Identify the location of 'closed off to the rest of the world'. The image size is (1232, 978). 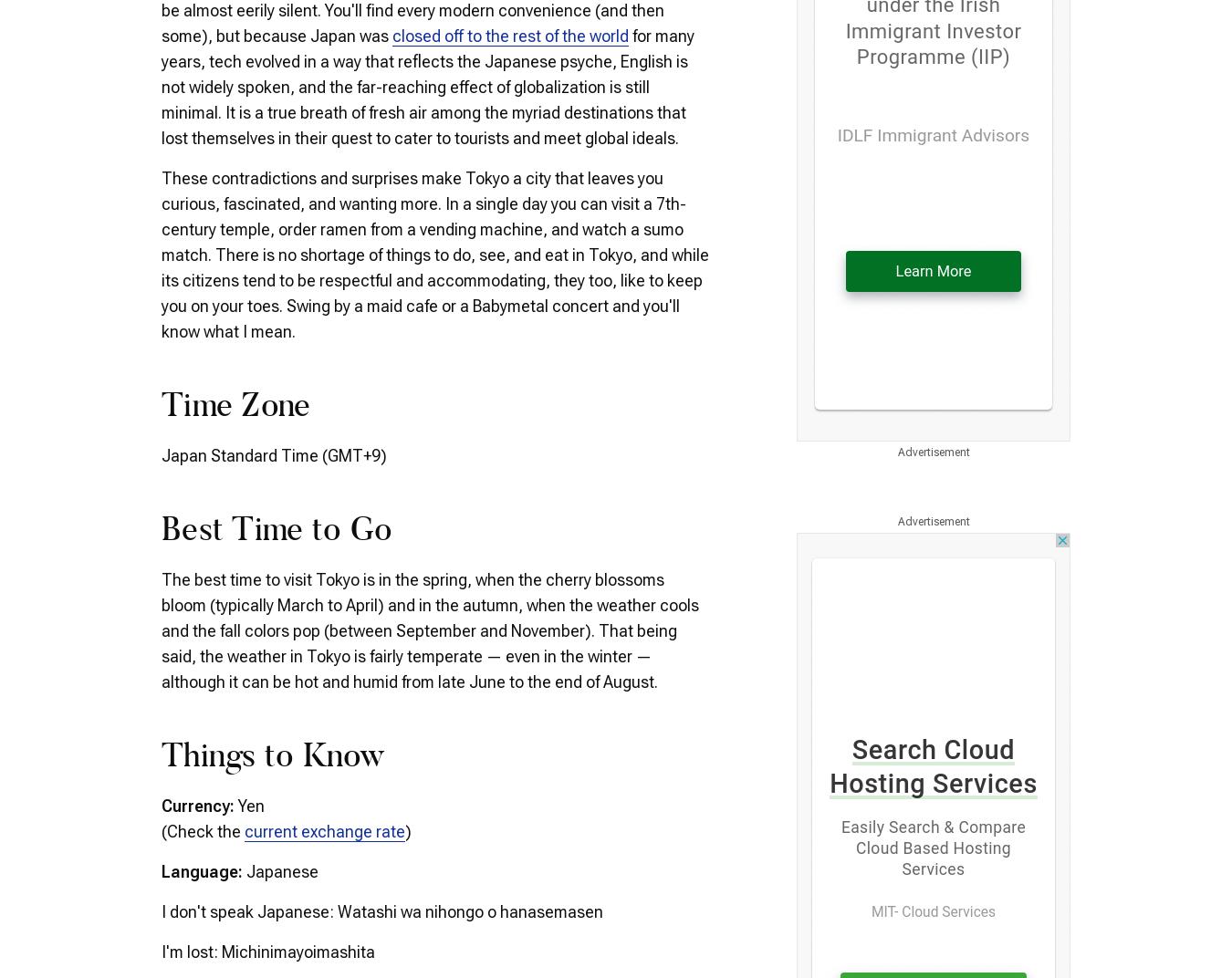
(509, 34).